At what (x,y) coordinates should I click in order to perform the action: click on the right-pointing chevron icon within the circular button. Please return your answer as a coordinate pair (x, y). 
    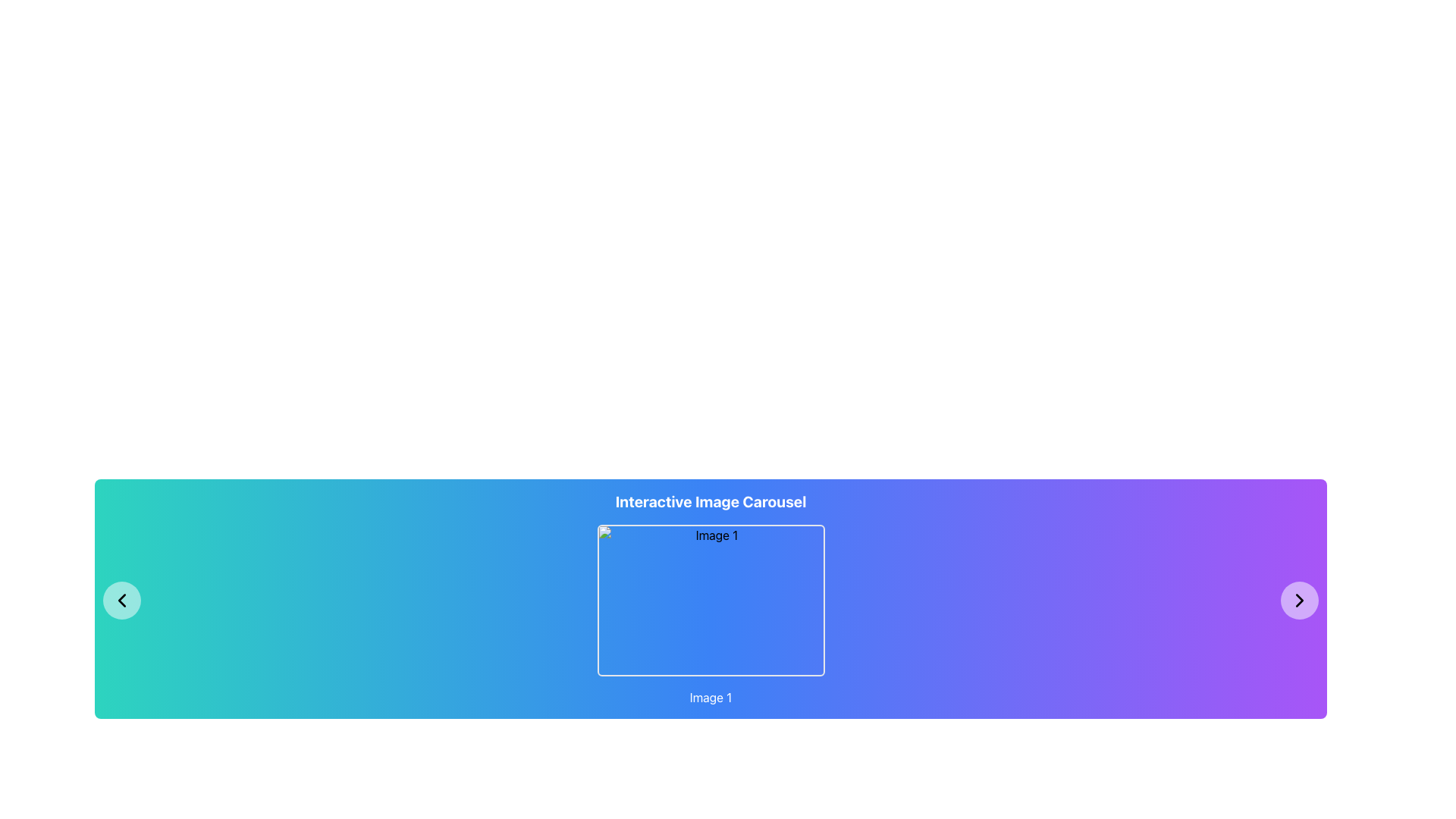
    Looking at the image, I should click on (1298, 599).